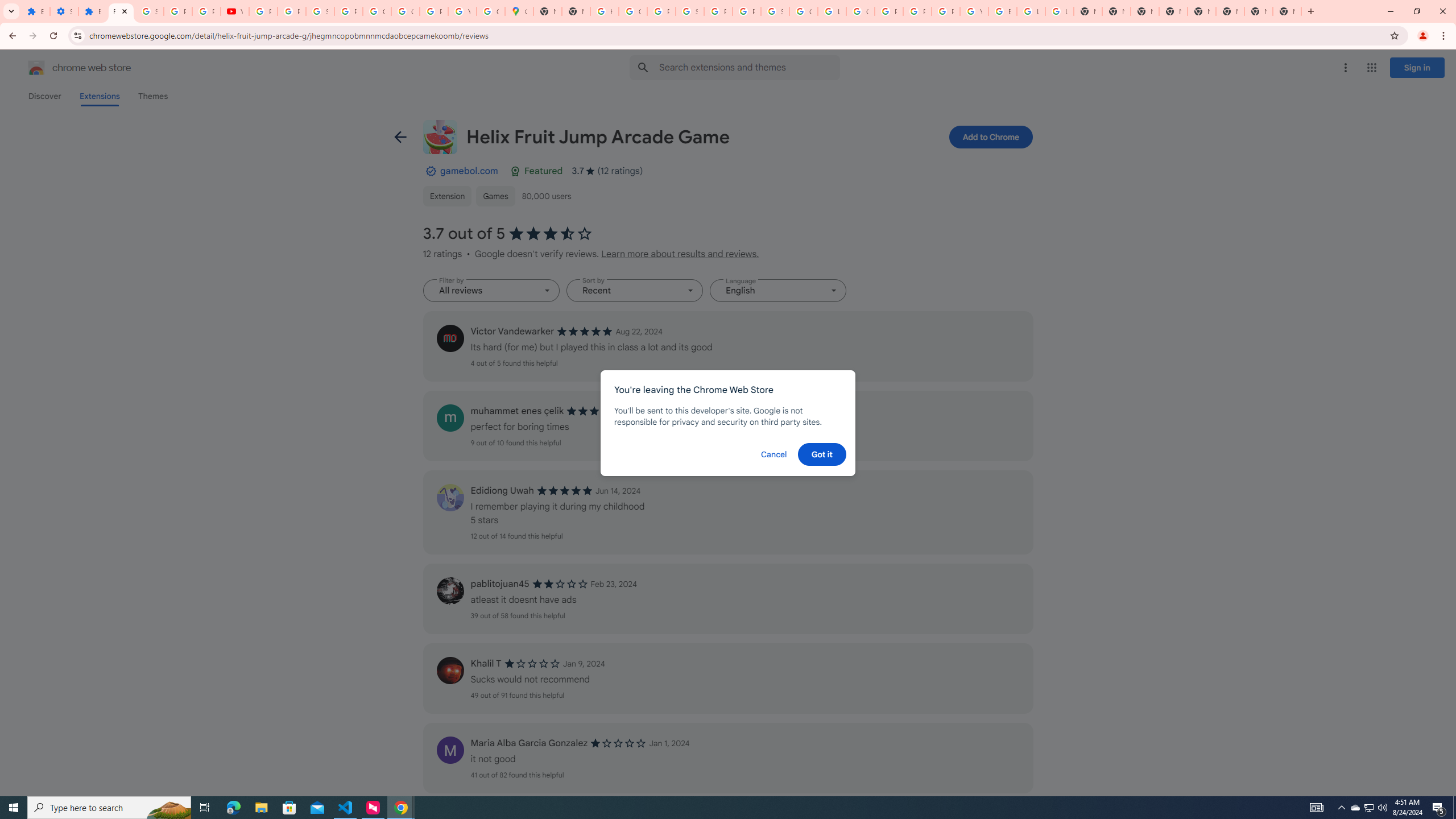 The height and width of the screenshot is (819, 1456). I want to click on 'Reviews: Helix Fruit Jump Arcade Game', so click(120, 11).